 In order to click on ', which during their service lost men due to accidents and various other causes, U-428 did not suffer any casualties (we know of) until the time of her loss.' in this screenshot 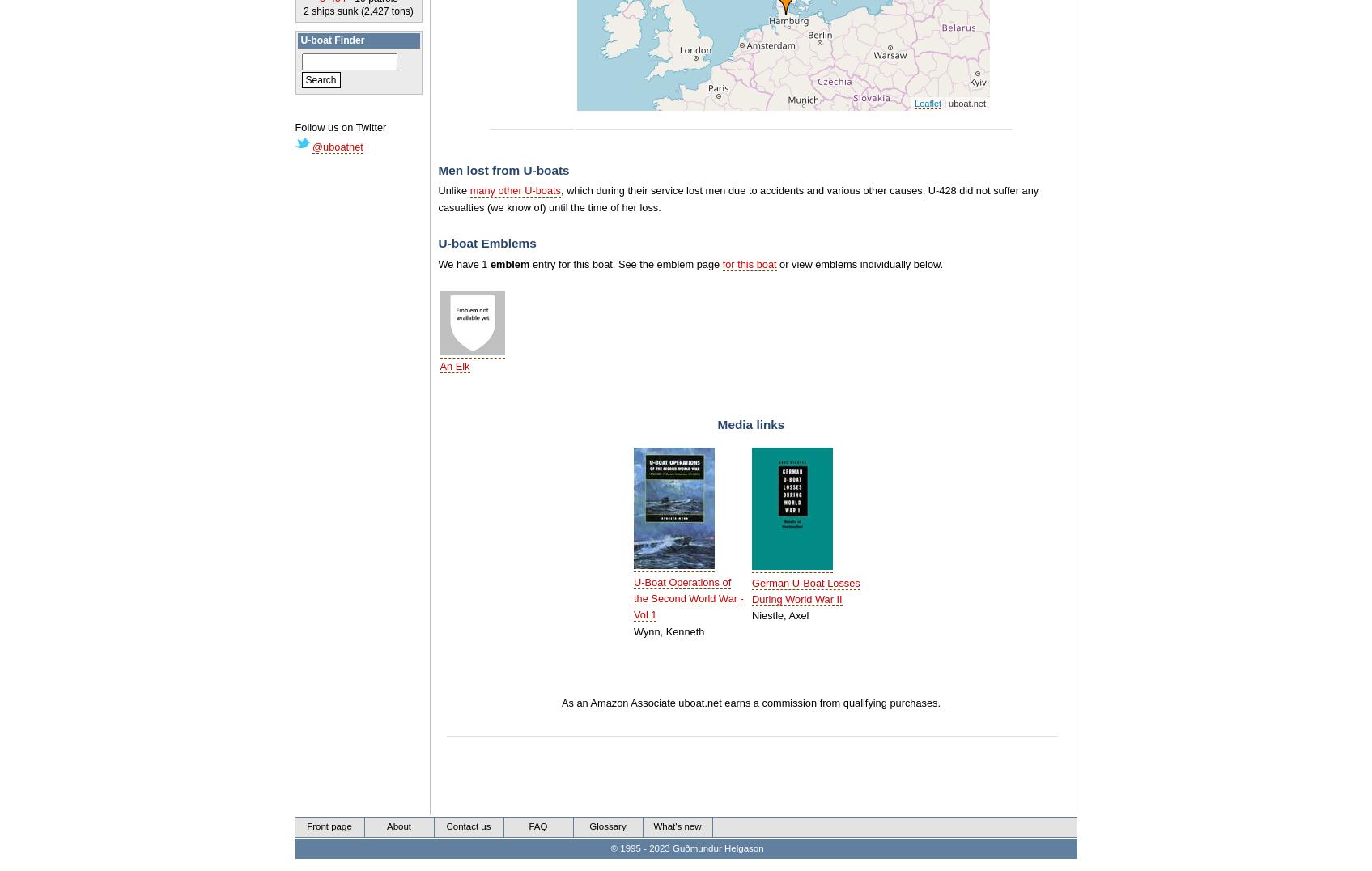, I will do `click(737, 198)`.